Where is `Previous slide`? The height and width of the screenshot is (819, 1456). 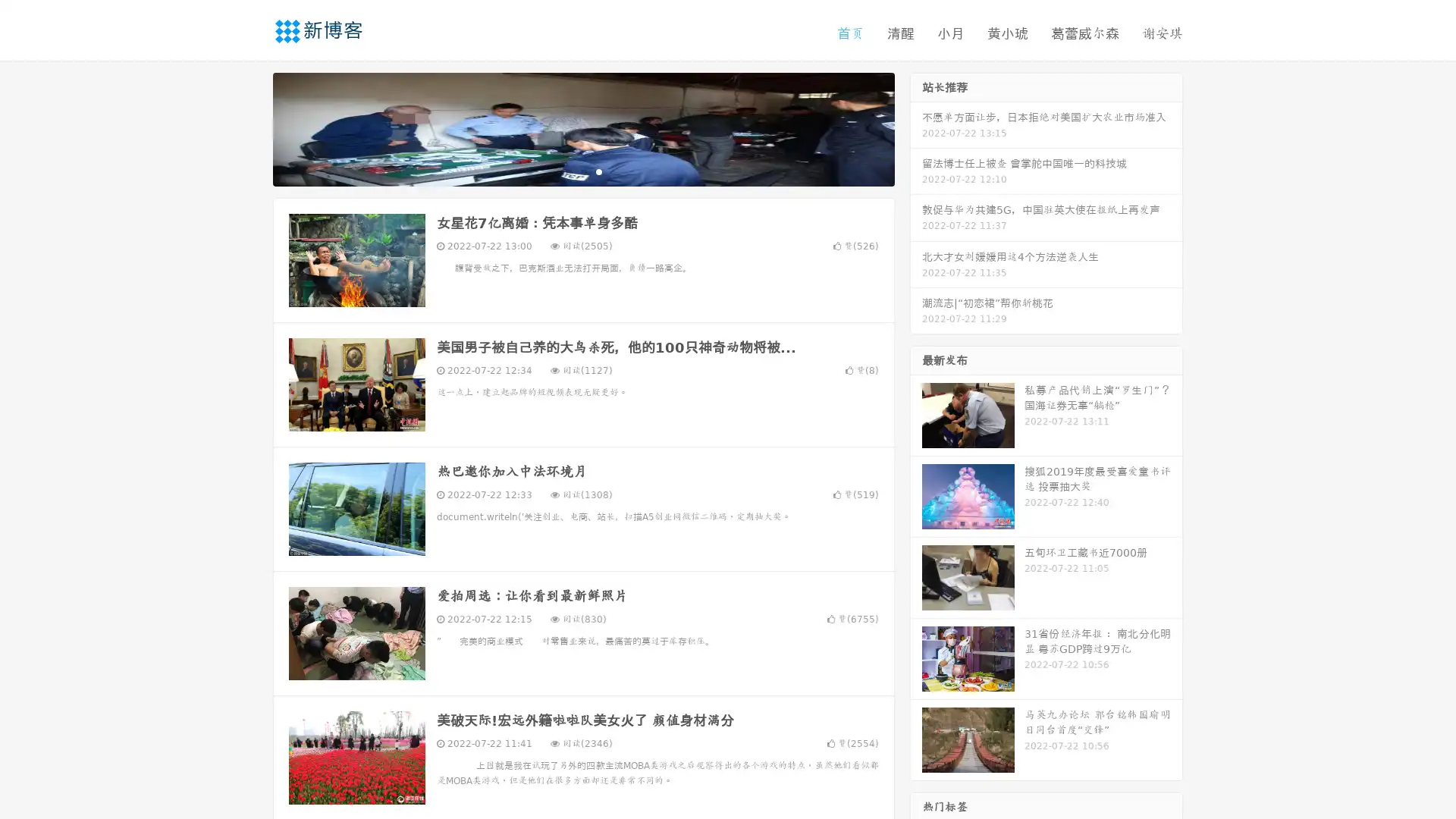 Previous slide is located at coordinates (250, 127).